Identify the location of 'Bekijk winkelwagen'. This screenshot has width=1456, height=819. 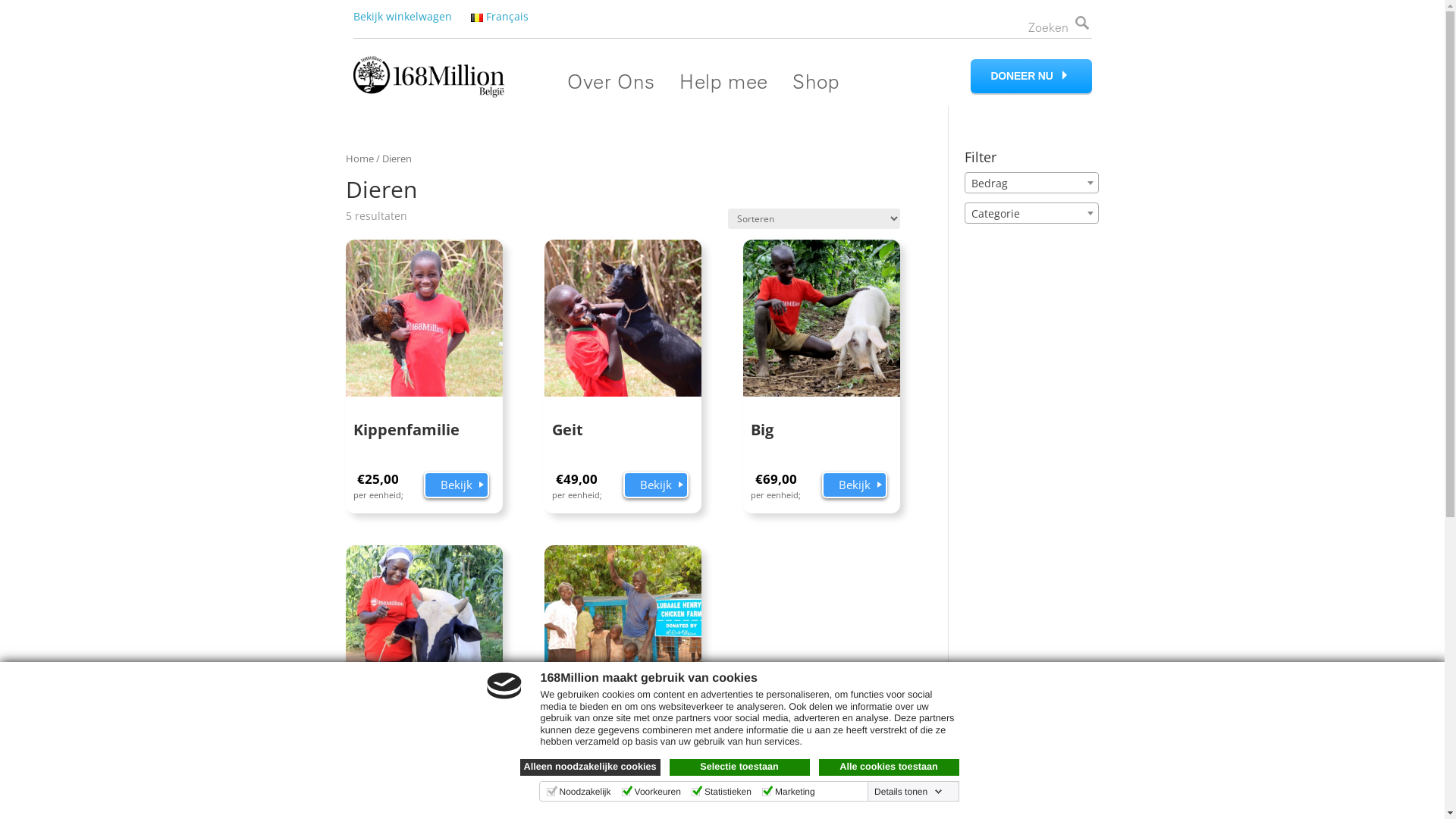
(403, 16).